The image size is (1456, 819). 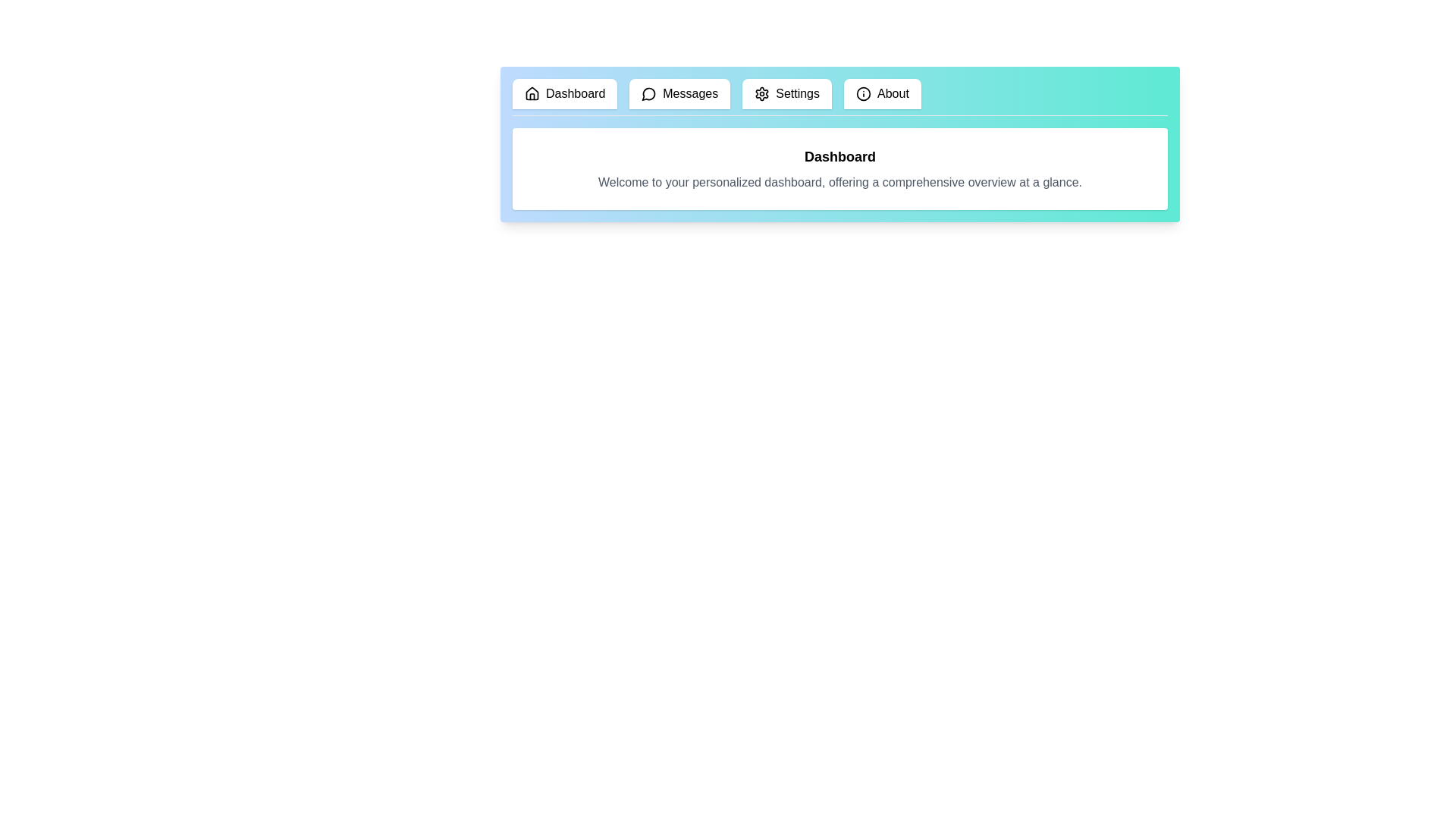 What do you see at coordinates (648, 93) in the screenshot?
I see `the icon of the tab labeled Messages` at bounding box center [648, 93].